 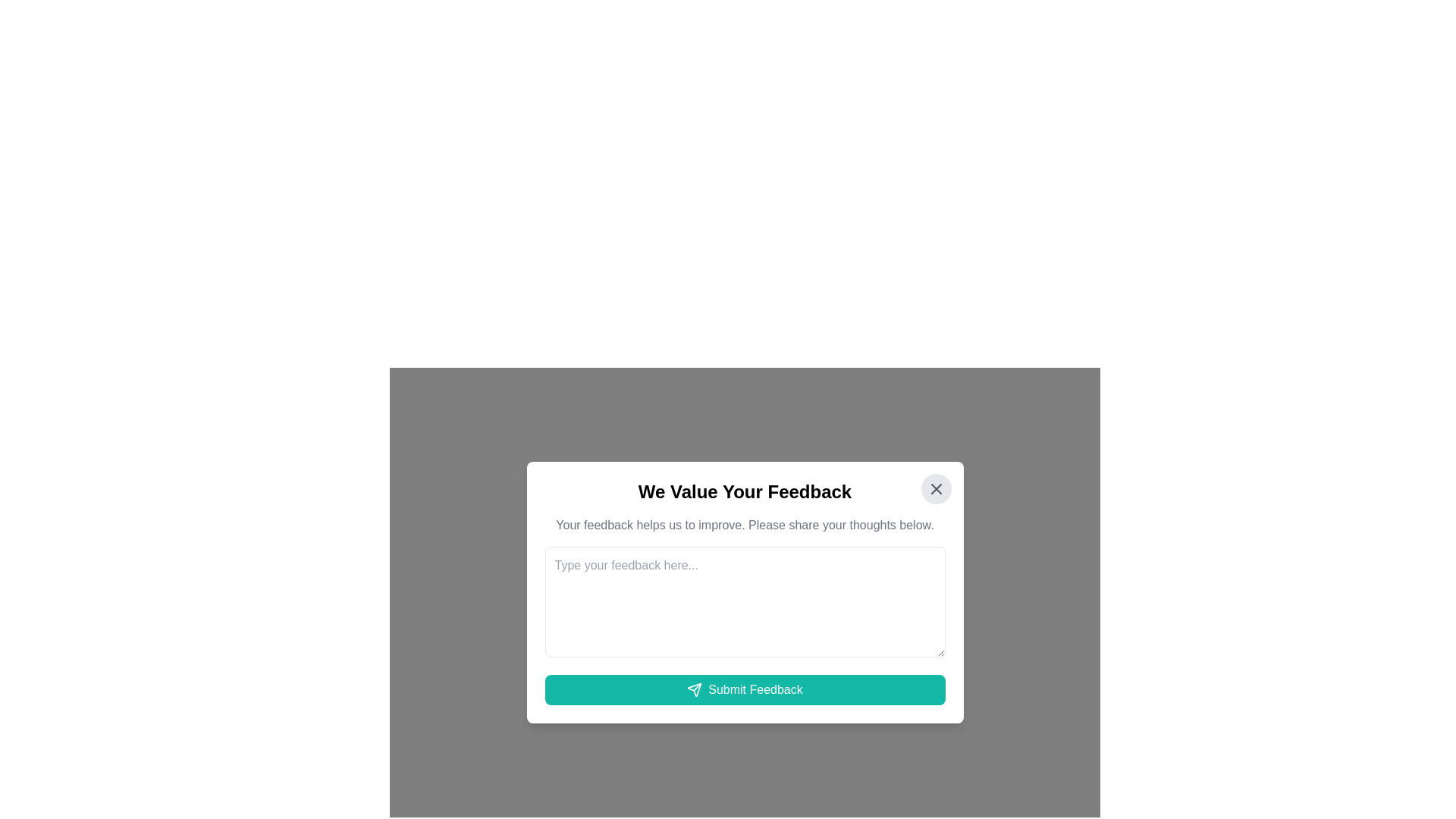 What do you see at coordinates (935, 488) in the screenshot?
I see `the Close button represented by a diagonal cross (X) icon in gray color located in the top-right corner of the modal dialog titled 'We Value Your Feedback'` at bounding box center [935, 488].